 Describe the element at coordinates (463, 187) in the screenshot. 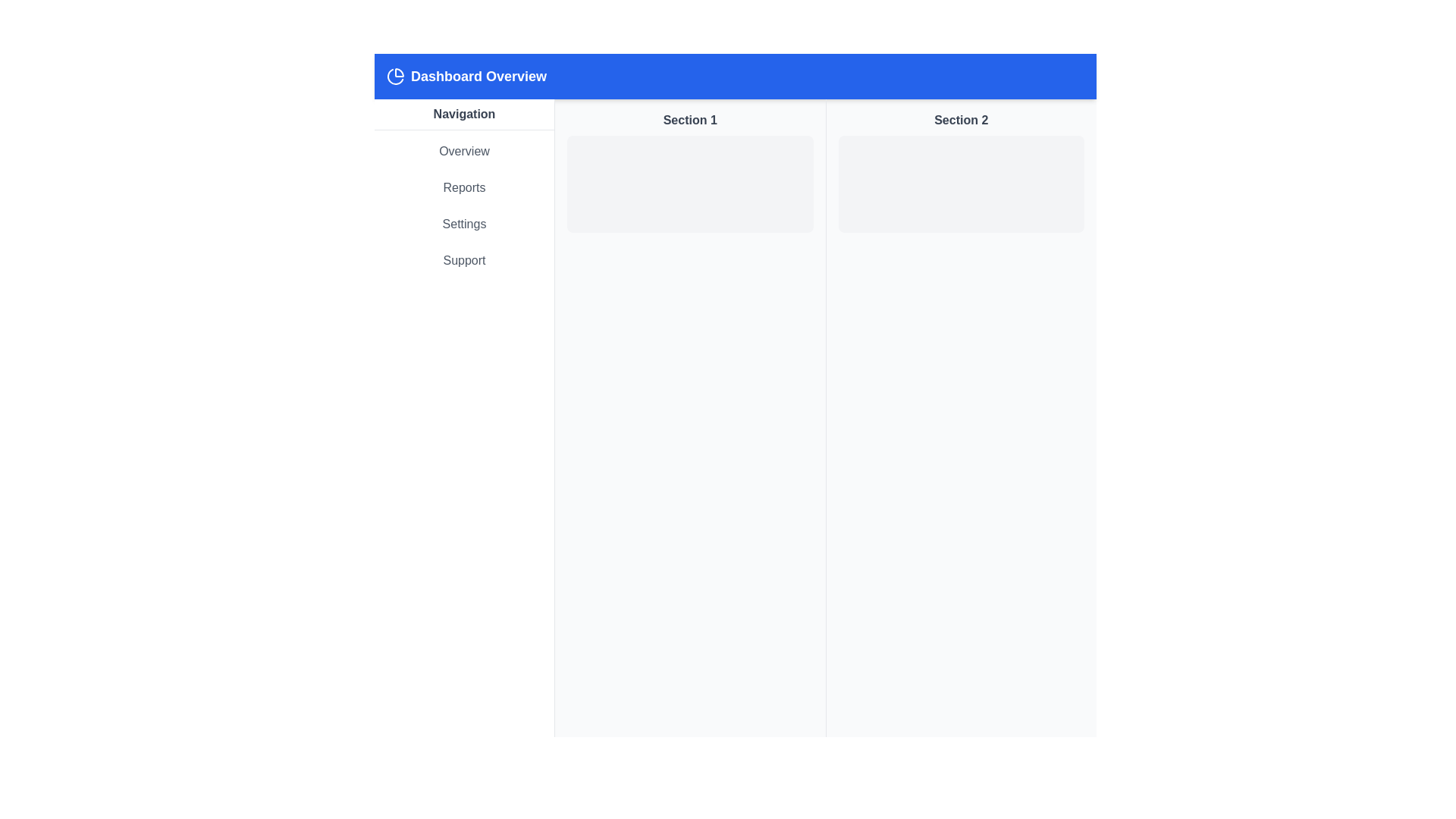

I see `the navigation link located in the left-hand navigation panel, positioned below 'Overview' and above 'Settings'` at that location.